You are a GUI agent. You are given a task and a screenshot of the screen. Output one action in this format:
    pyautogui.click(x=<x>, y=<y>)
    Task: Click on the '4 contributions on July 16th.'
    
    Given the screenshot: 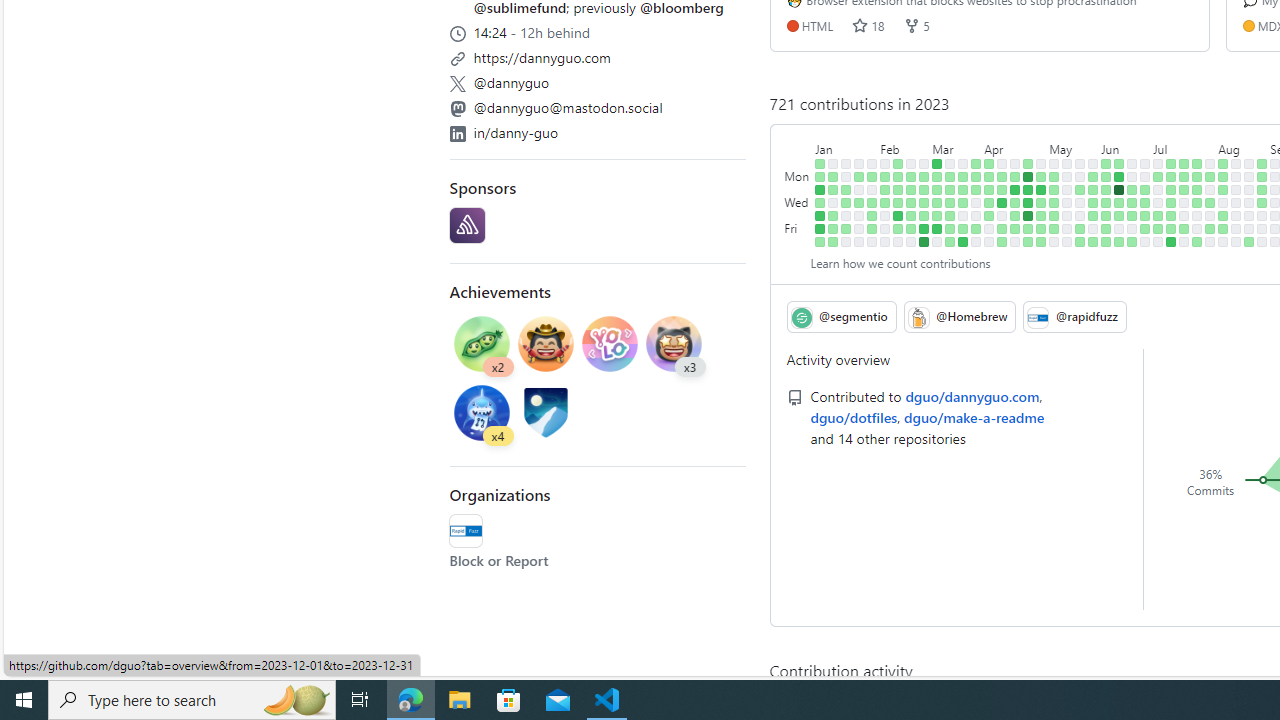 What is the action you would take?
    pyautogui.click(x=1184, y=162)
    